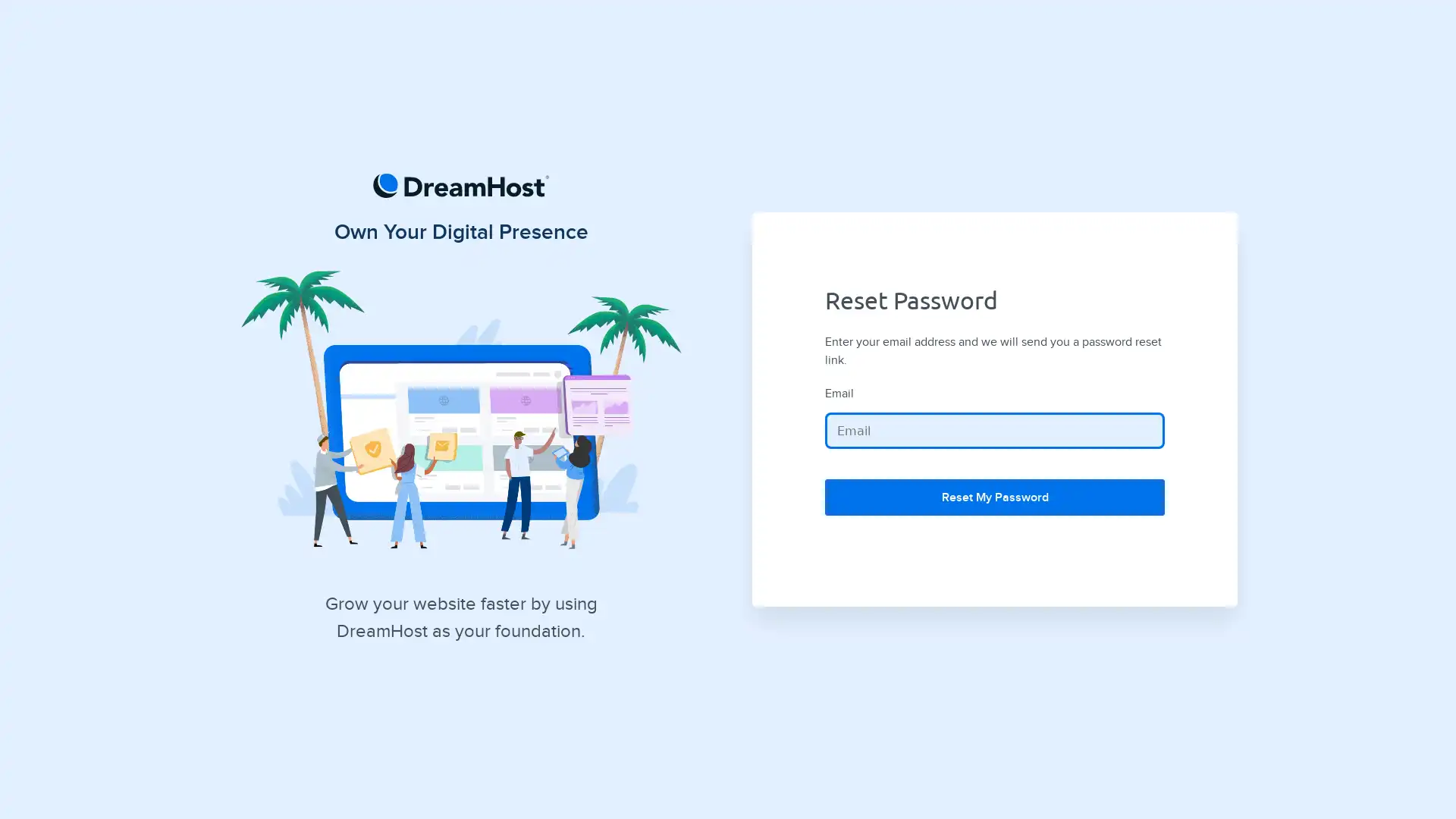  I want to click on Reset My Password, so click(994, 497).